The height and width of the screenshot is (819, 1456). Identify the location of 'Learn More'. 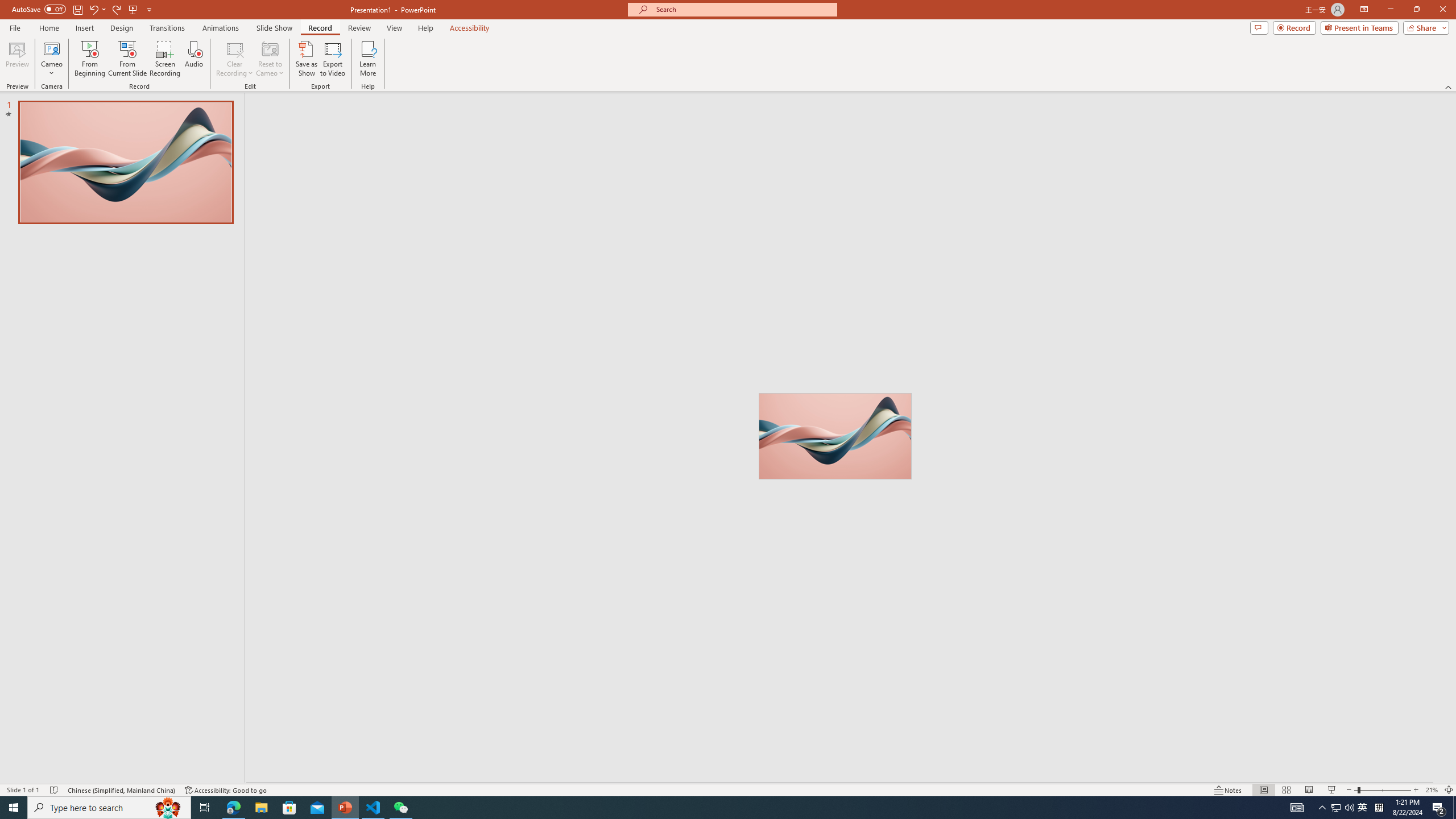
(368, 59).